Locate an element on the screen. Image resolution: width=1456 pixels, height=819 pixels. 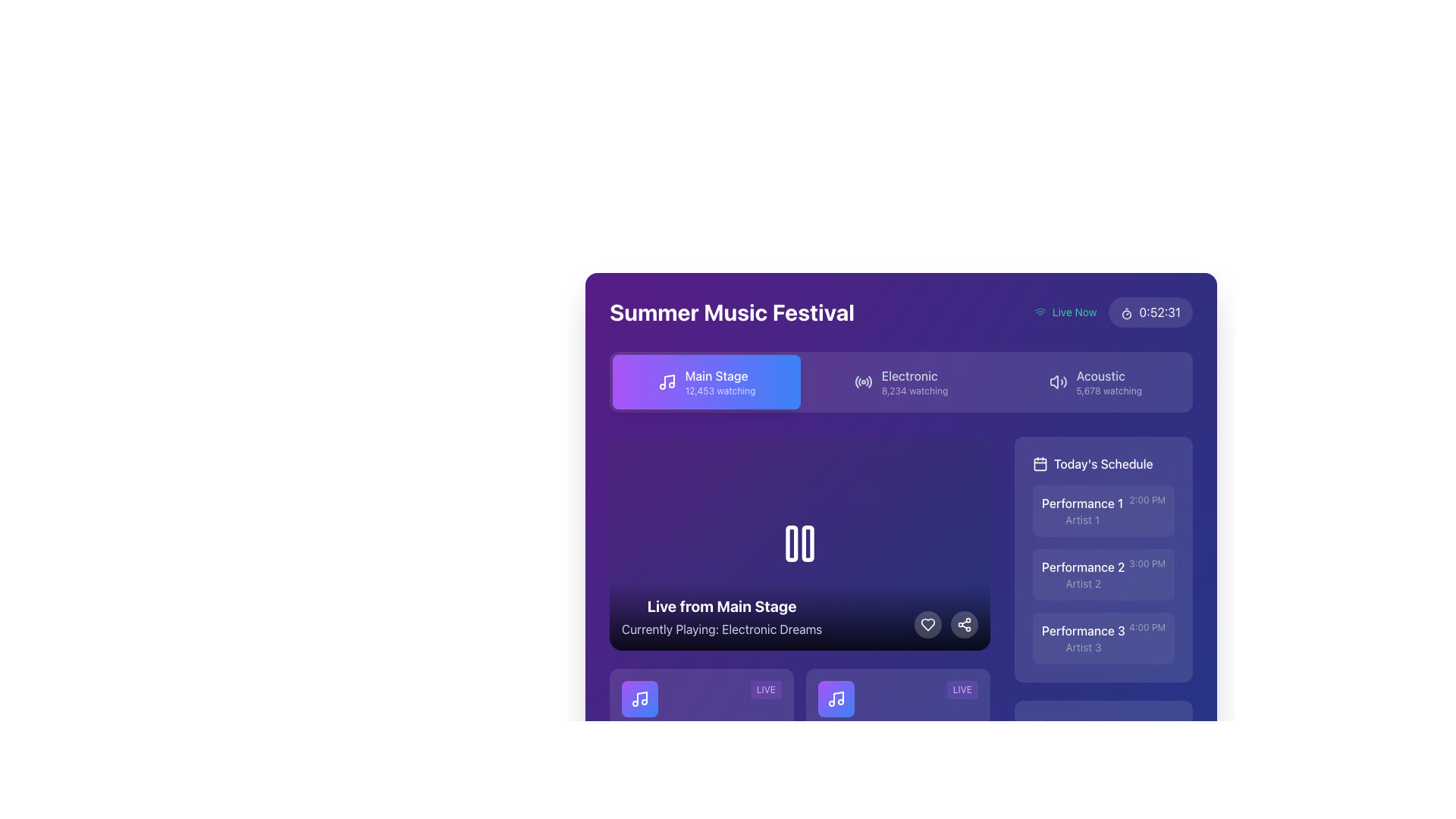
the decorative music icon within the 'Main Stage' button at the Summer Music Festival section is located at coordinates (667, 381).